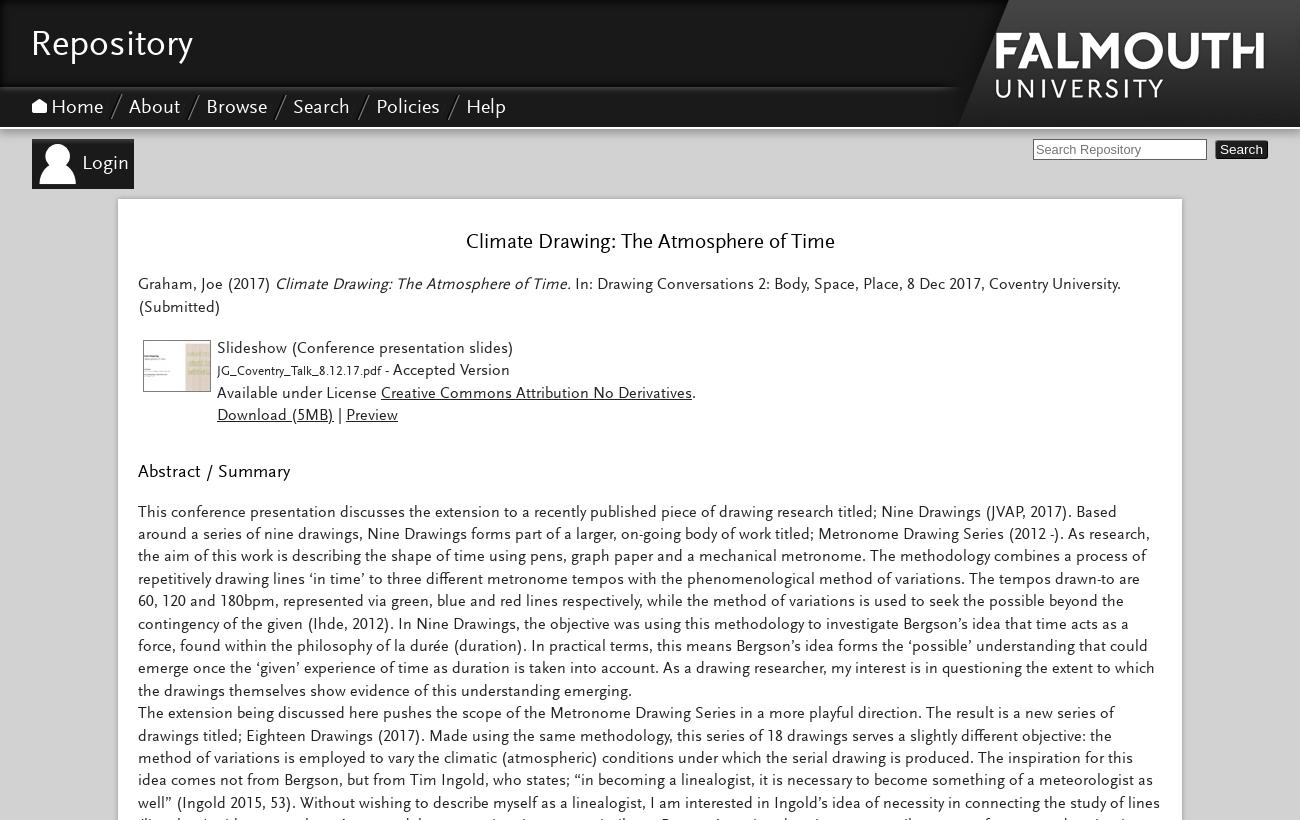 The height and width of the screenshot is (820, 1300). I want to click on 'JG_Coventry_Talk_8.12.17.pdf', so click(299, 372).